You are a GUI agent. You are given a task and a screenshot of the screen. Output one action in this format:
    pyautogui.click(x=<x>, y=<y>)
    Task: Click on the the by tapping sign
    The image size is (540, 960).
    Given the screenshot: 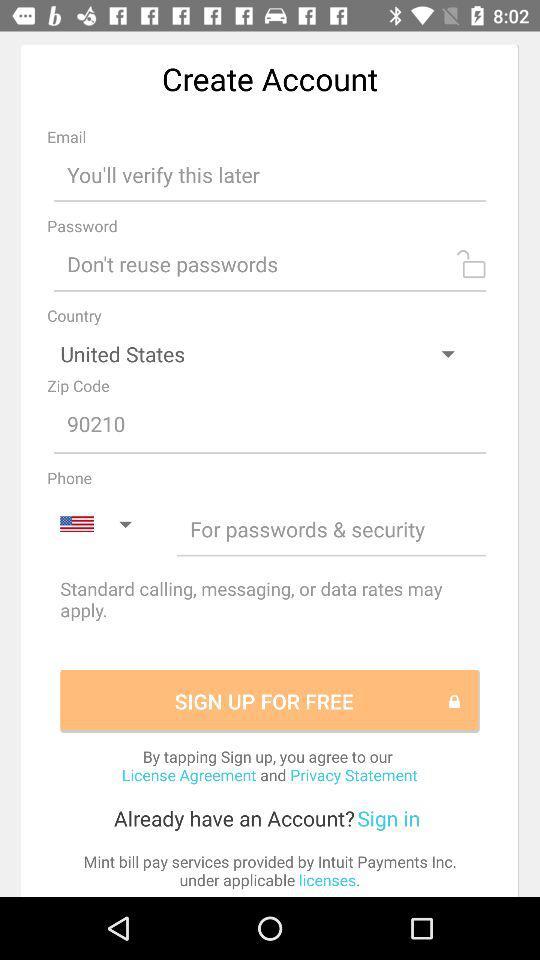 What is the action you would take?
    pyautogui.click(x=269, y=764)
    